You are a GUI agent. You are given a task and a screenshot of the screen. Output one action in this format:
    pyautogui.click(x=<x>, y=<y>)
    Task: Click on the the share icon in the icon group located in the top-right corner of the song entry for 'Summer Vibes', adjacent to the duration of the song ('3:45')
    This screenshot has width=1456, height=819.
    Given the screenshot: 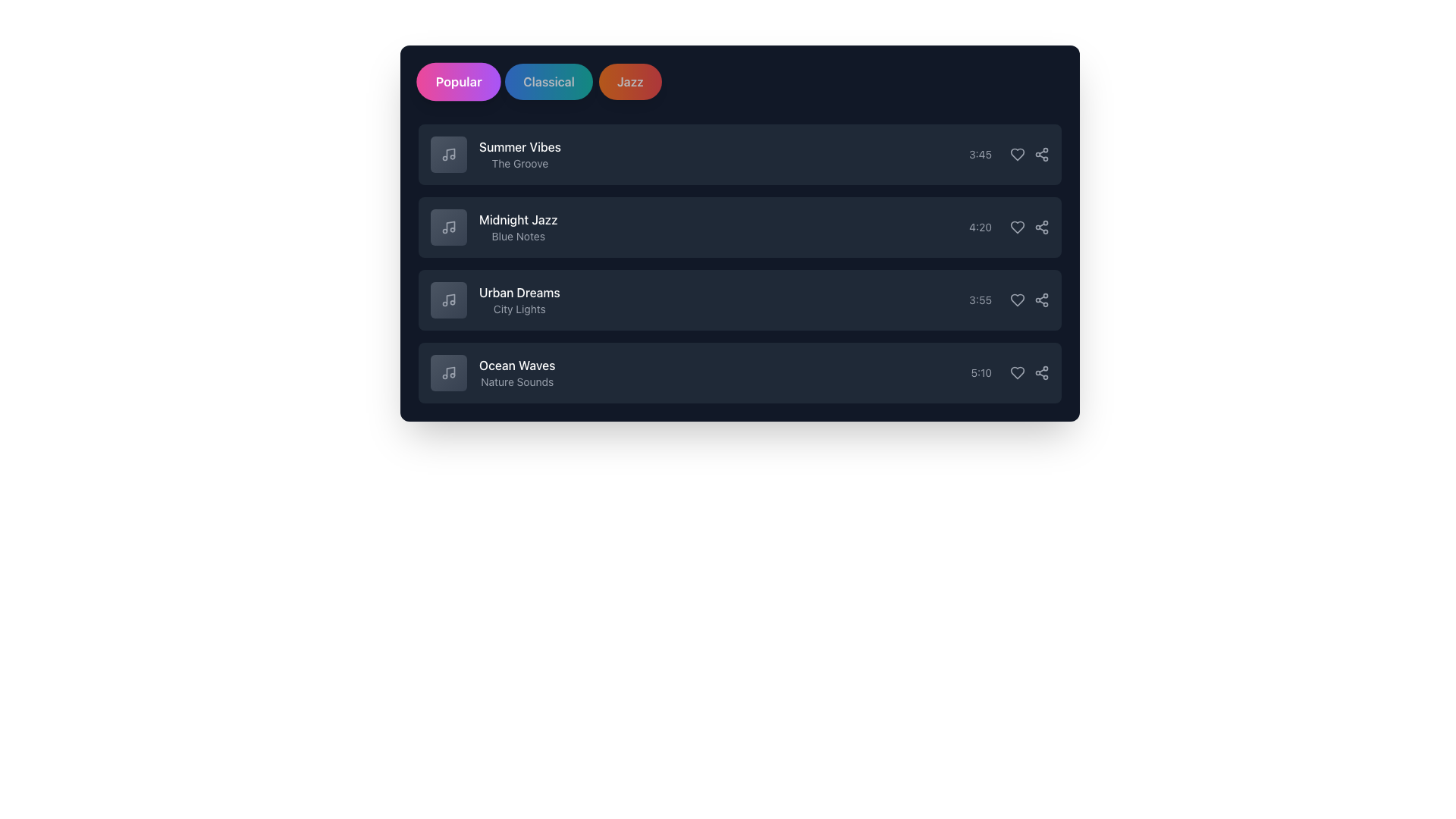 What is the action you would take?
    pyautogui.click(x=1030, y=155)
    